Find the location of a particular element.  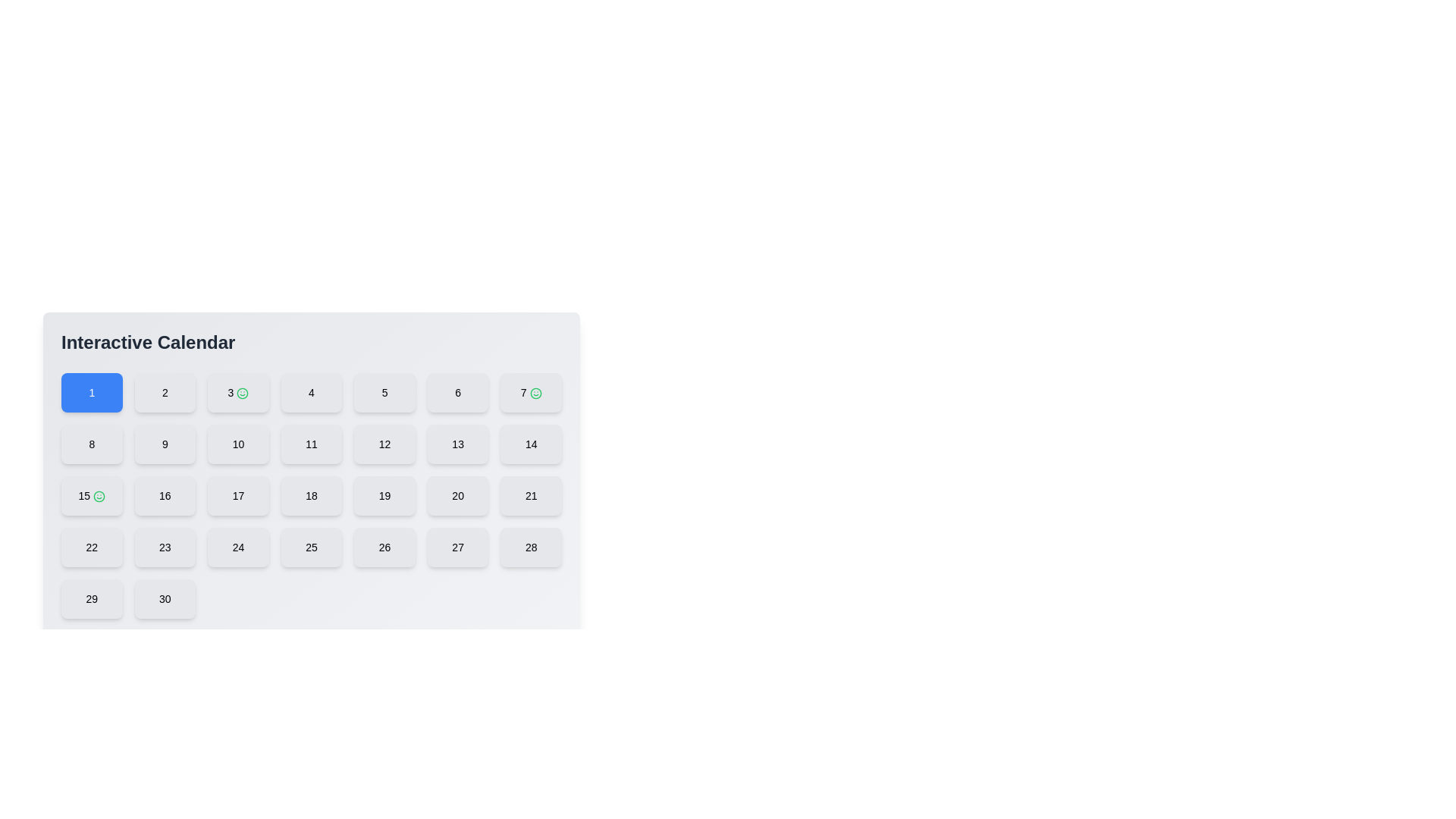

the interactive day slot button representing the 18th day in the calendar interface is located at coordinates (311, 496).